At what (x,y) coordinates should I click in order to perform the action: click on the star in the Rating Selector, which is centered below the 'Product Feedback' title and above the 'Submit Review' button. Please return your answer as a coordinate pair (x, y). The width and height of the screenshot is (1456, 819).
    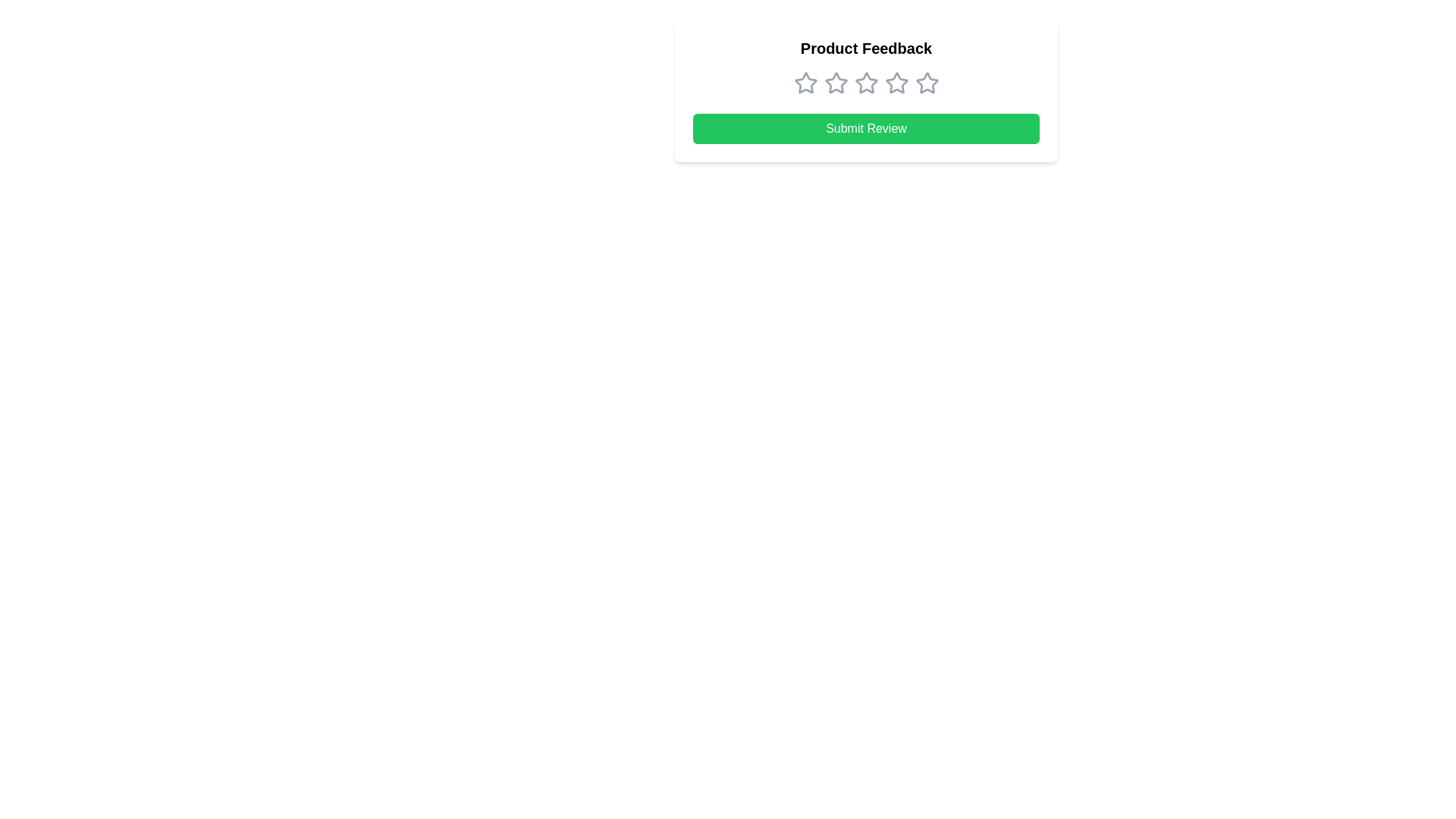
    Looking at the image, I should click on (866, 83).